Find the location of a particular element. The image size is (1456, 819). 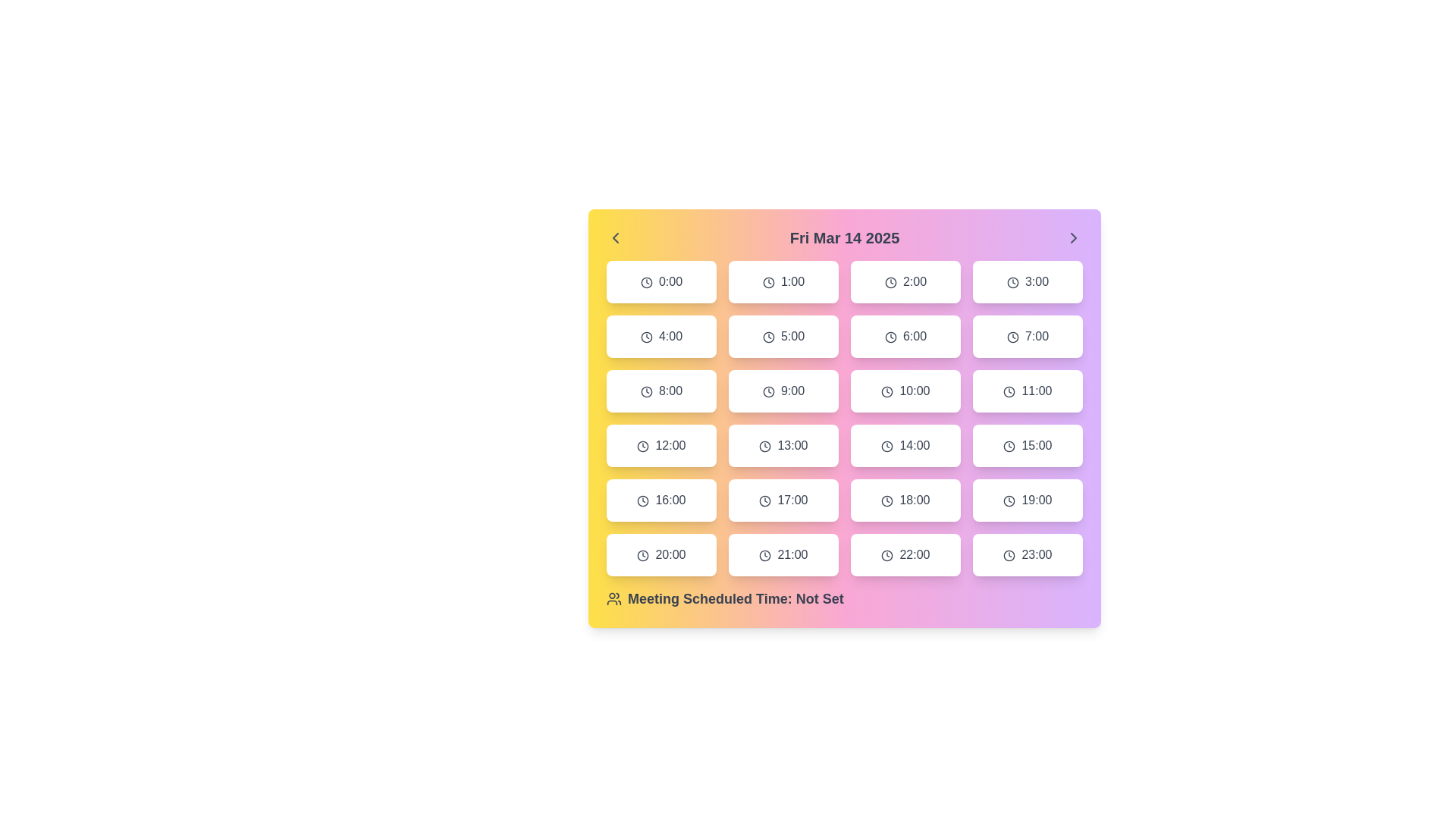

the rectangular button labeled '19:00' with a clock icon, which is located in the fifth column of the fourth row in a 6x4 grid layout to trigger visual feedback is located at coordinates (1028, 500).